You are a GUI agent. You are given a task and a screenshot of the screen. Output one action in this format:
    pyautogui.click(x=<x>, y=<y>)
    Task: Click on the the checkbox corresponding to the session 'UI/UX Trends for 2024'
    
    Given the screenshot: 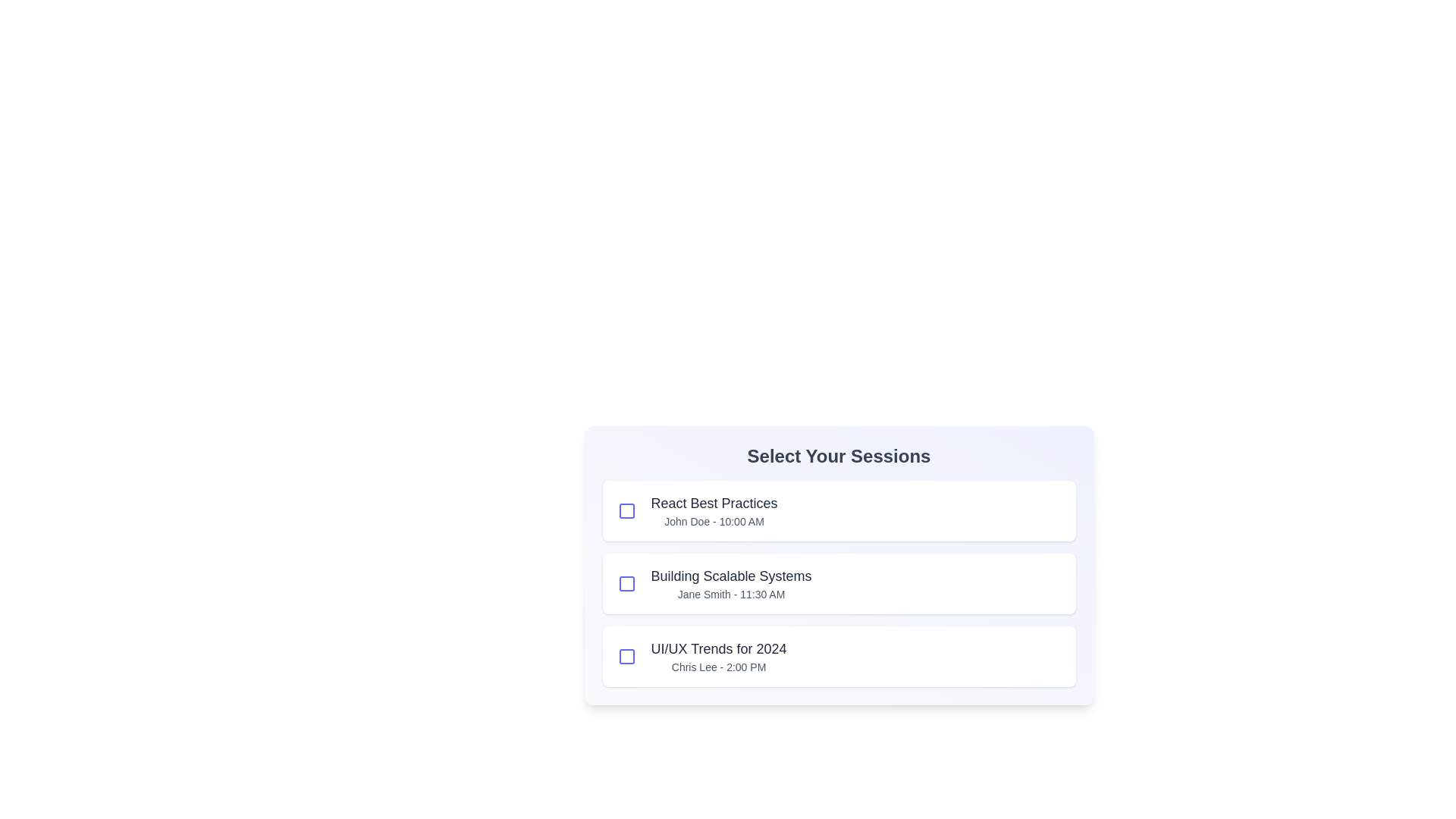 What is the action you would take?
    pyautogui.click(x=626, y=656)
    